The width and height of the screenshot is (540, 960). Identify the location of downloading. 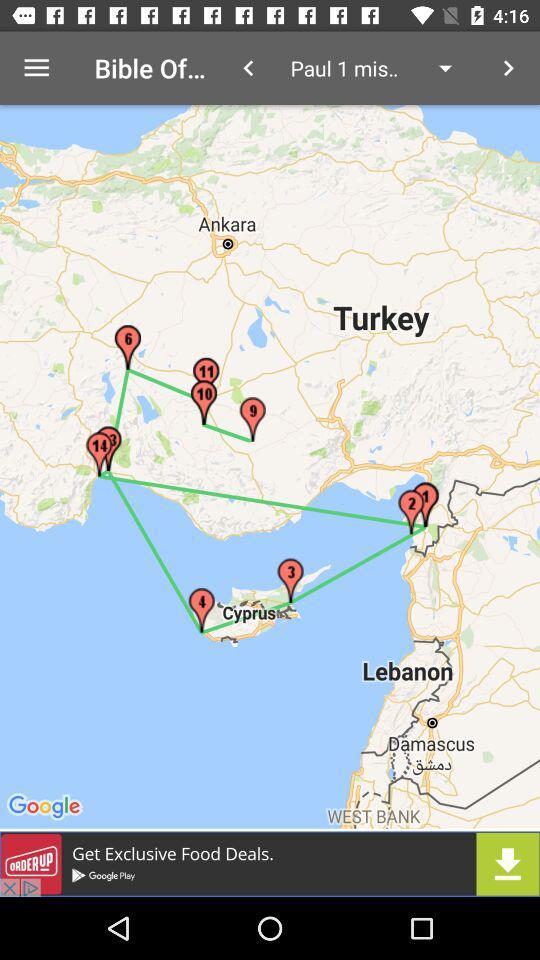
(270, 863).